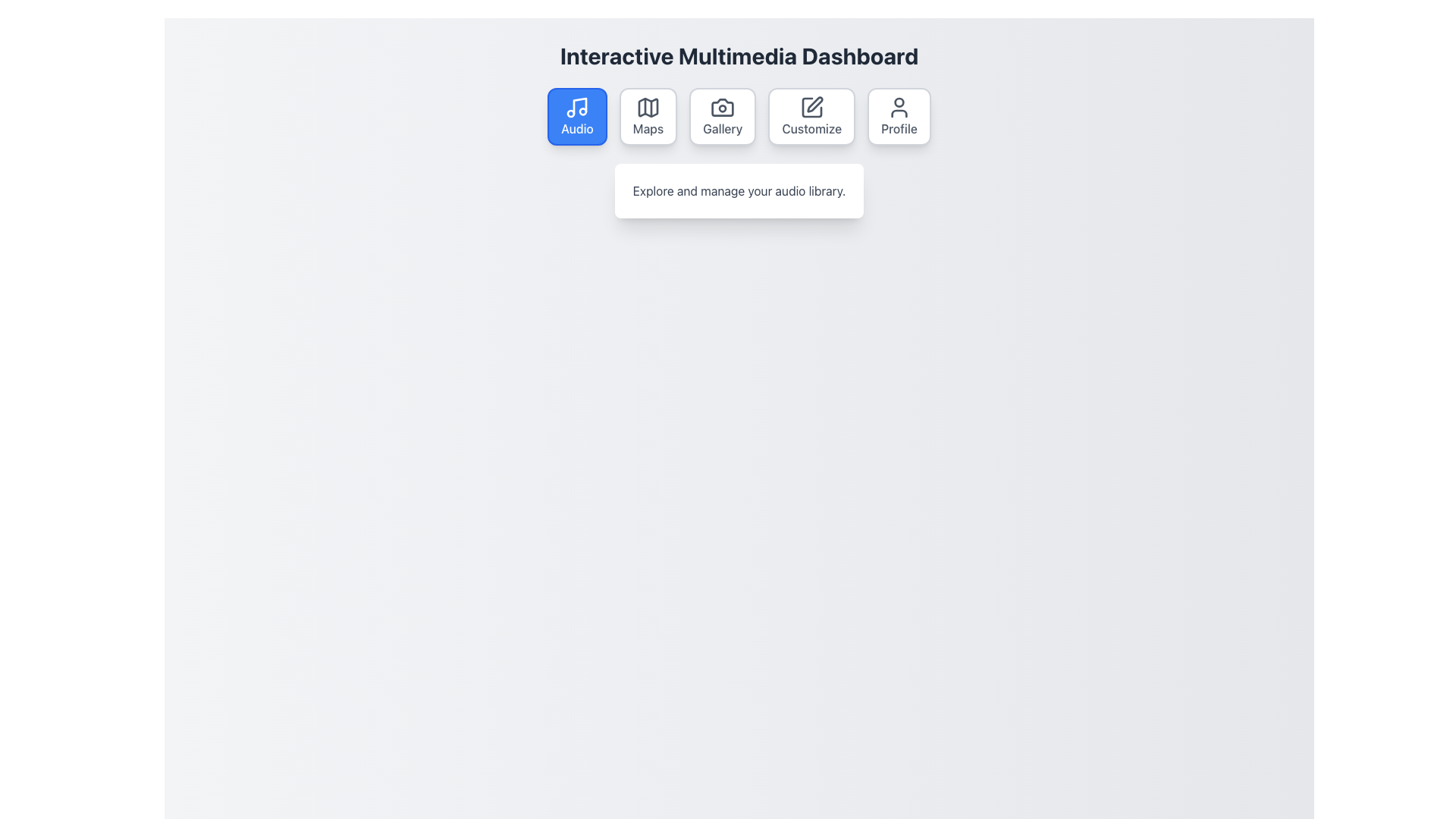  I want to click on text label that describes the gallery section, which is the third item in a row of five options, positioned below a camera icon, so click(722, 127).